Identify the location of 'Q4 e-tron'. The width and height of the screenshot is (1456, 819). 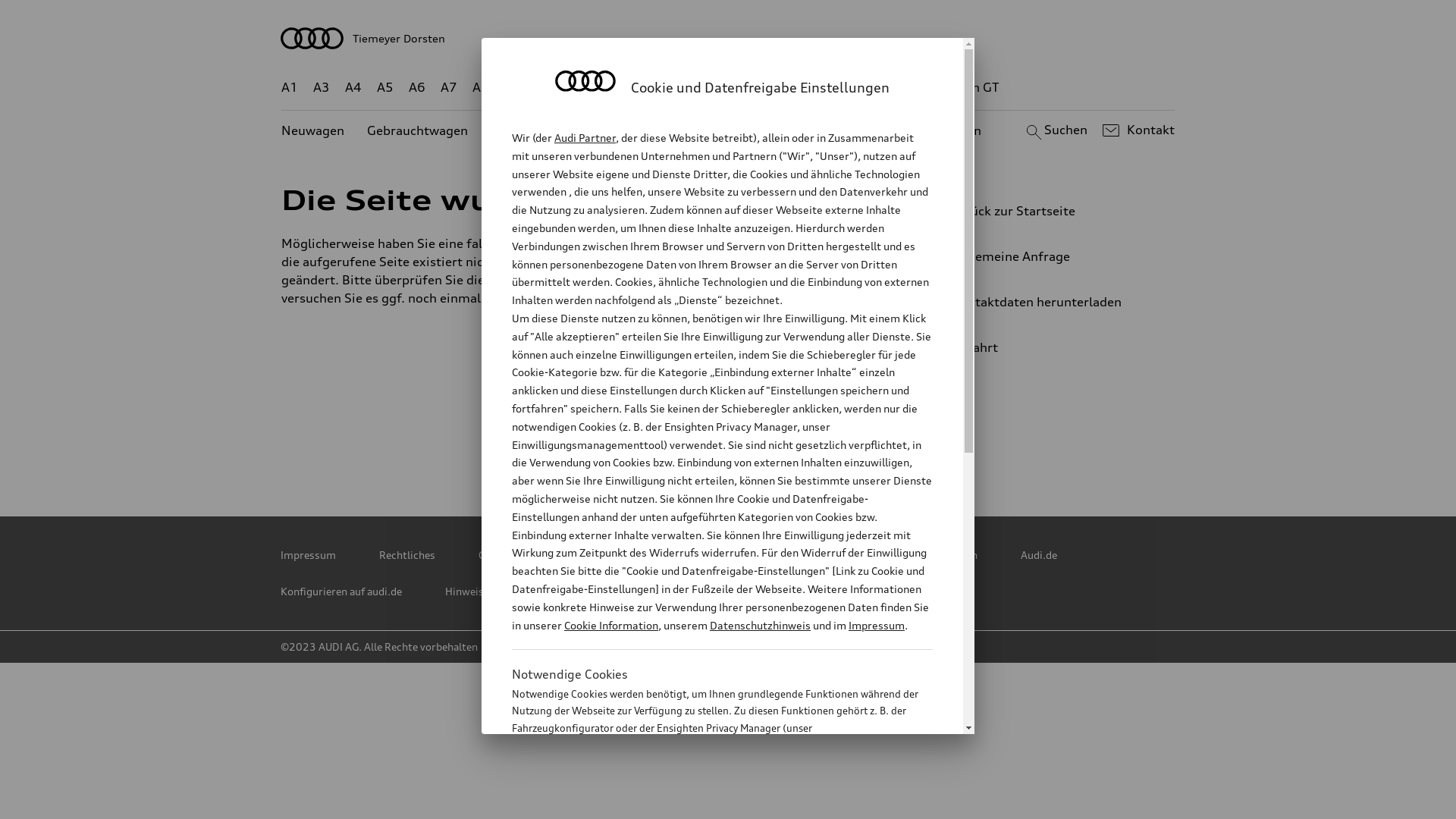
(597, 87).